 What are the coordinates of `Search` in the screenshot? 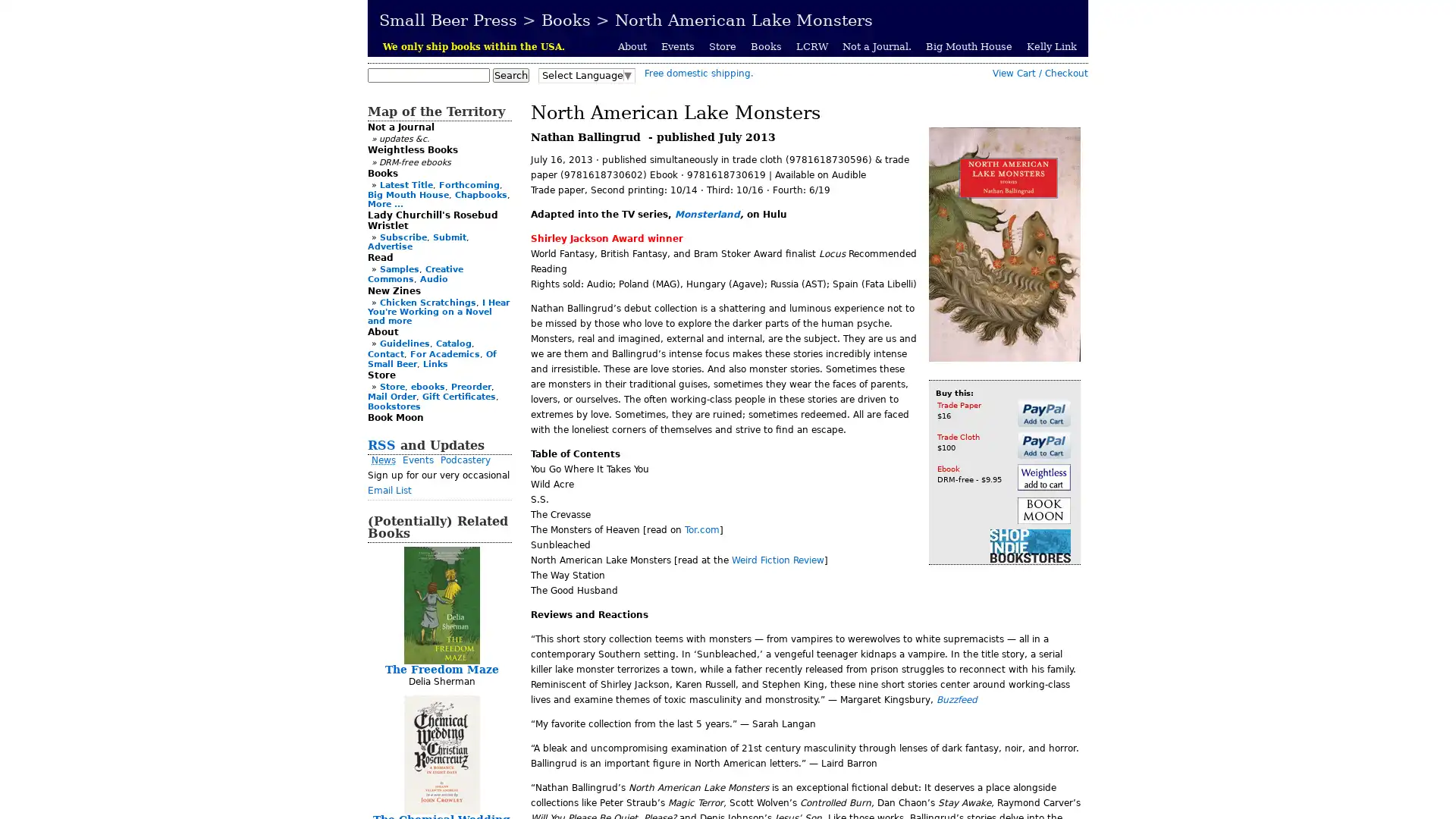 It's located at (510, 75).